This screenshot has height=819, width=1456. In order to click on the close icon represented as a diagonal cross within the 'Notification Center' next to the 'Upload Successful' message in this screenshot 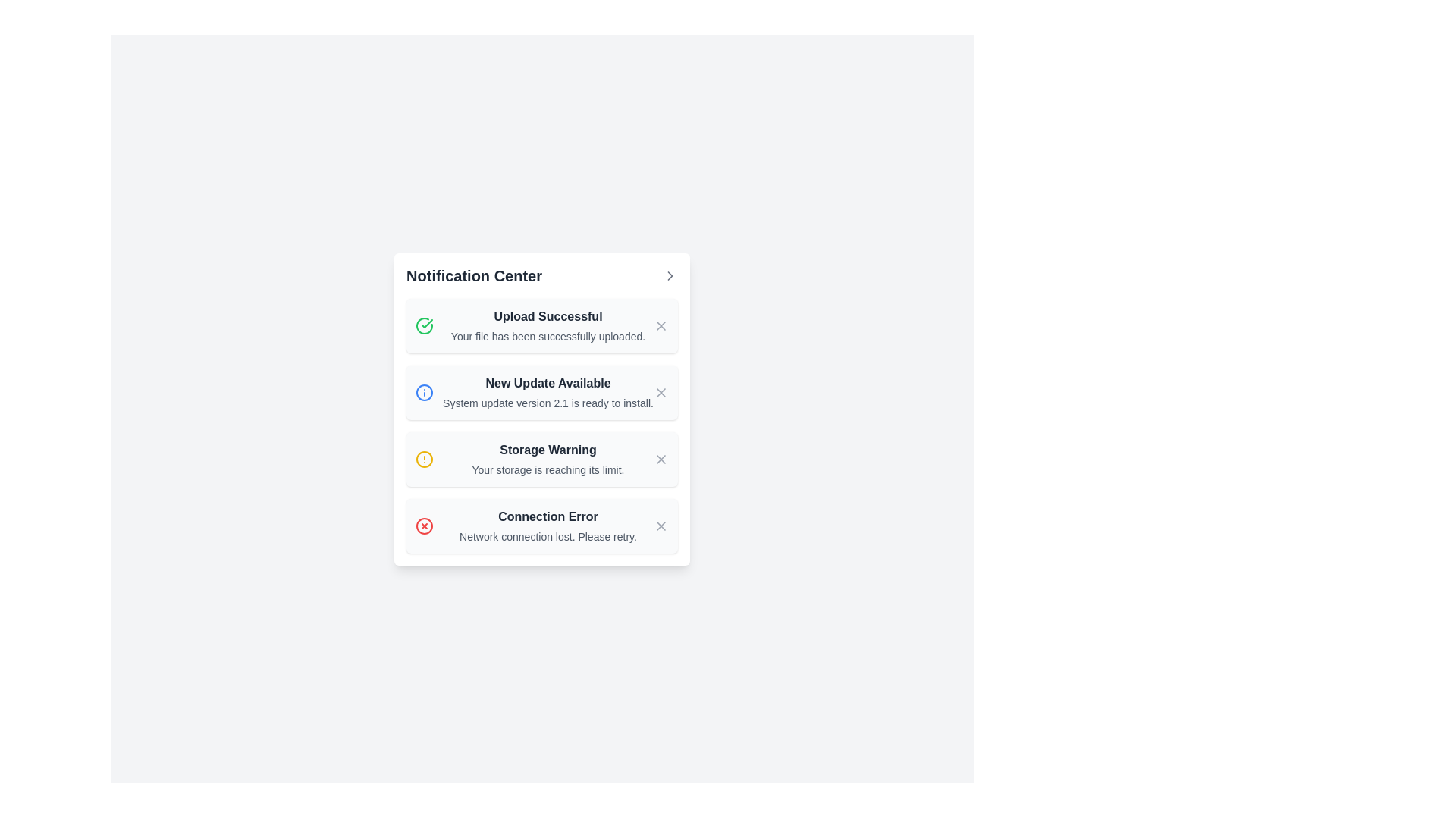, I will do `click(661, 325)`.